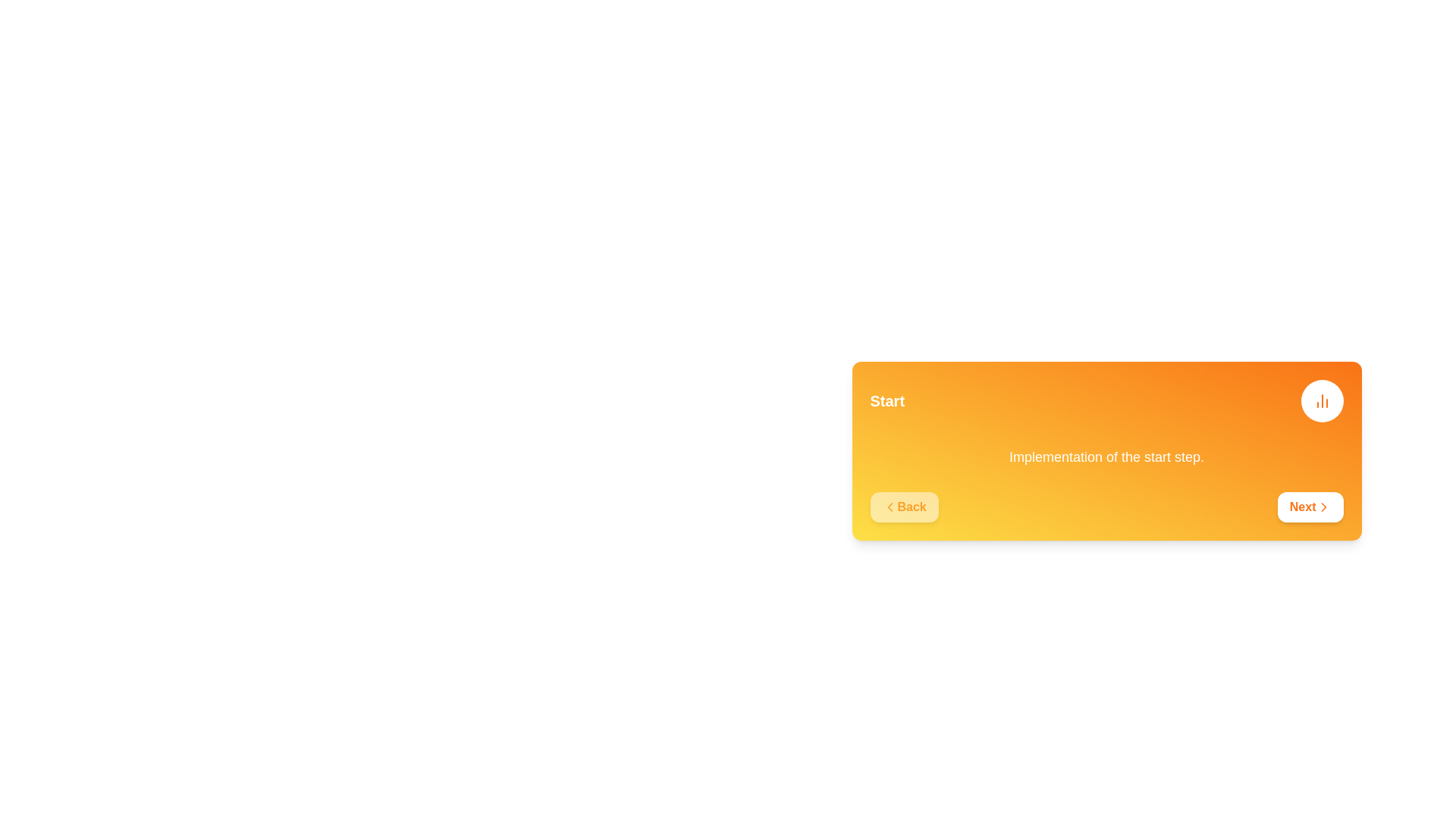  I want to click on text displayed in the centered text block that says 'Implementation of the start step.' which is located within a gradient orange panel, positioned below the title 'Start' and above the navigation buttons 'Back' and 'Next.', so click(1106, 456).